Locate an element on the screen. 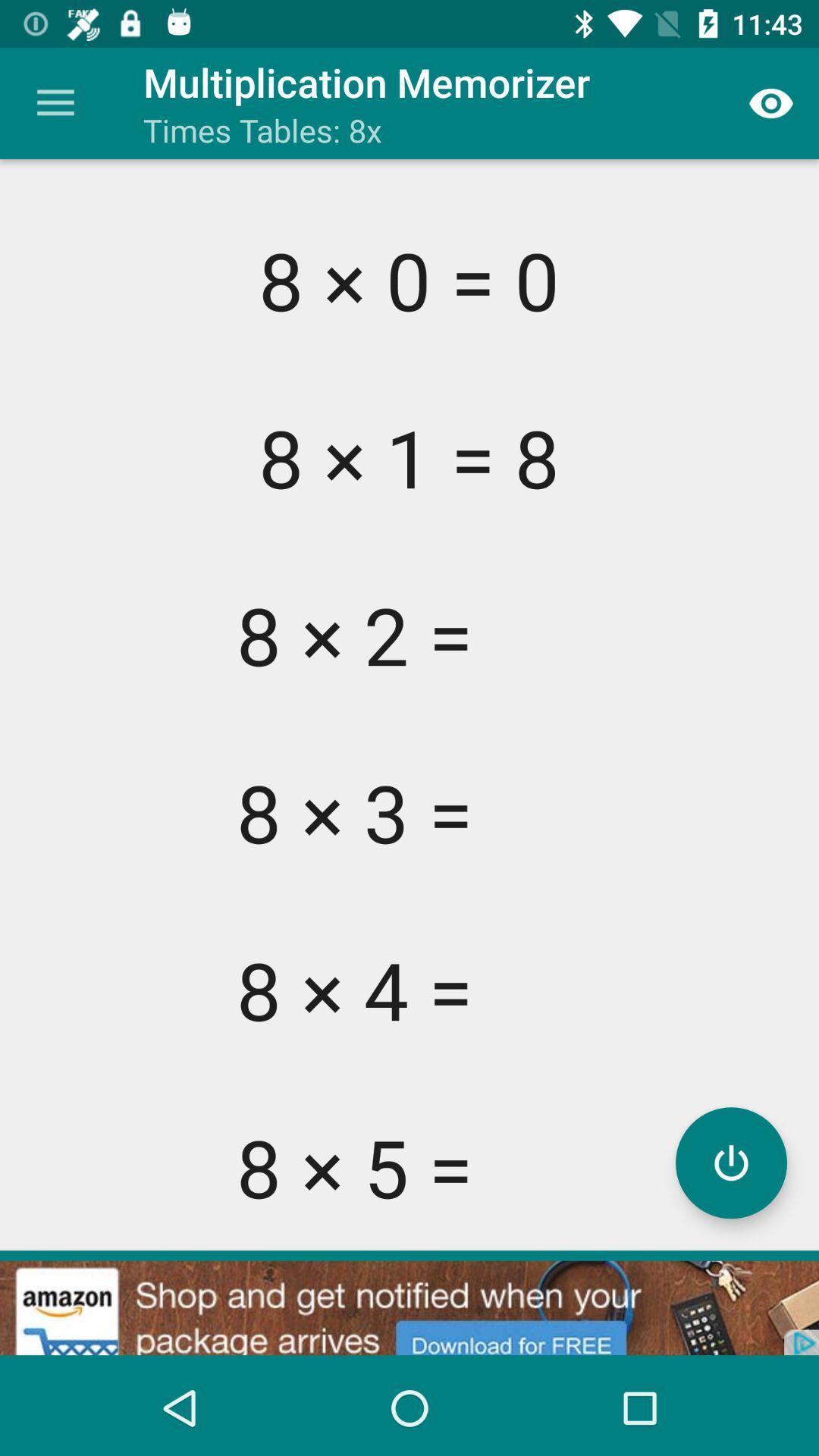  switch off is located at coordinates (730, 1162).